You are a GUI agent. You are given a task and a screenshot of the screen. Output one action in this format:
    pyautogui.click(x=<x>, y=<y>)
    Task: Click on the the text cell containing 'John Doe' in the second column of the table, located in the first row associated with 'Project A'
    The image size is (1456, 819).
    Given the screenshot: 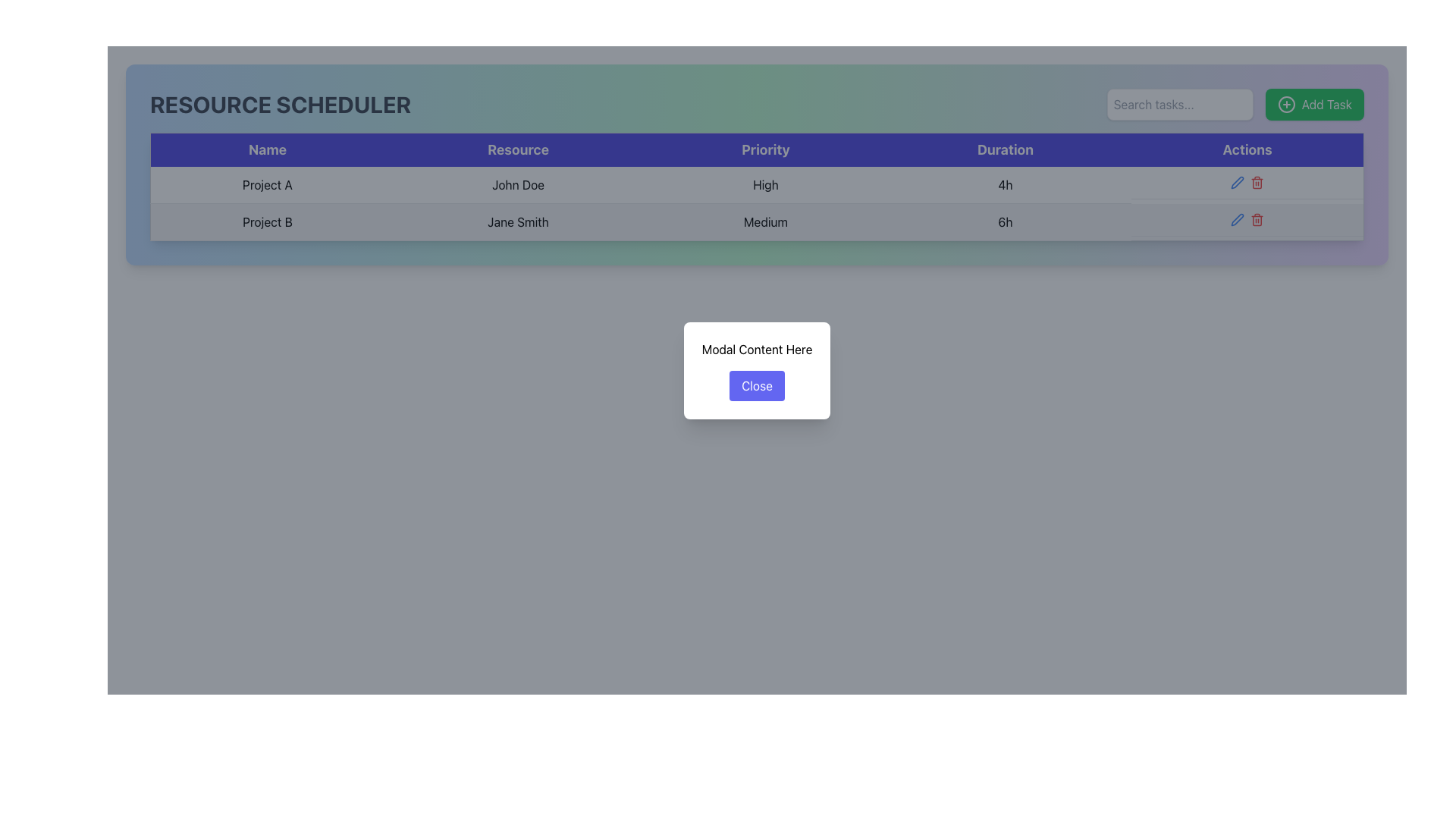 What is the action you would take?
    pyautogui.click(x=518, y=184)
    